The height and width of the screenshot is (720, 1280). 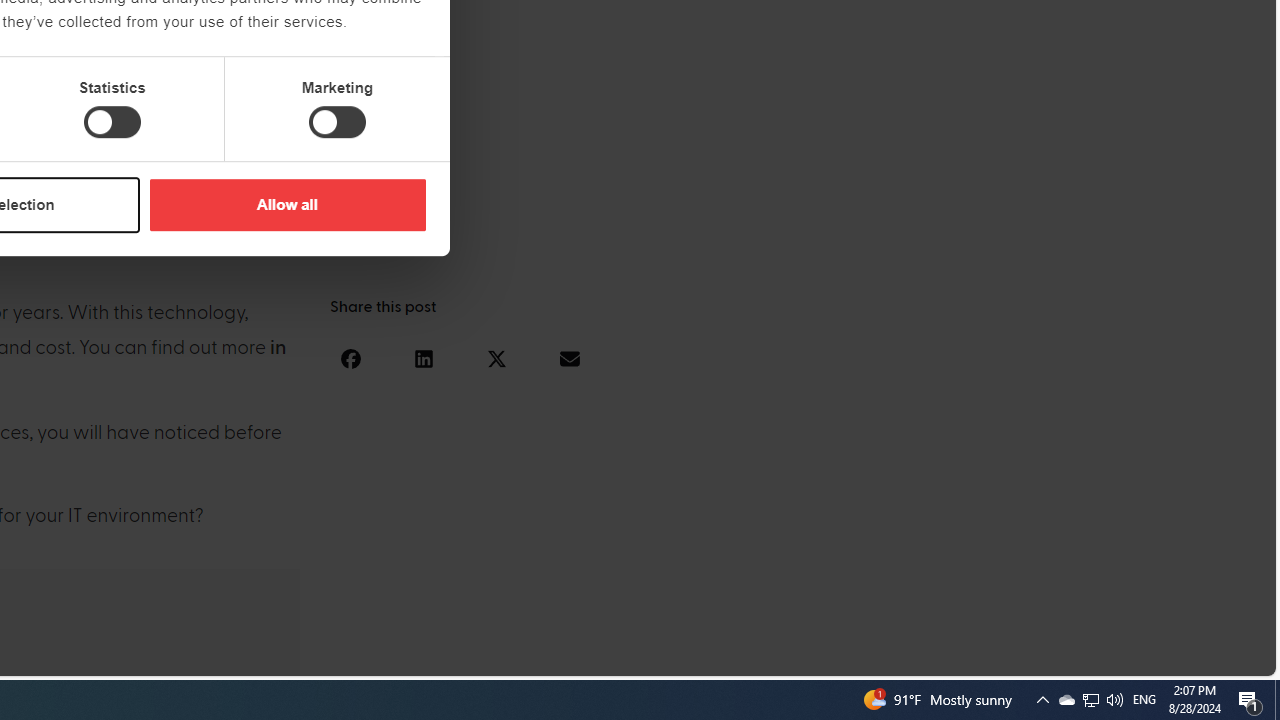 What do you see at coordinates (350, 357) in the screenshot?
I see `'Share on facebook'` at bounding box center [350, 357].